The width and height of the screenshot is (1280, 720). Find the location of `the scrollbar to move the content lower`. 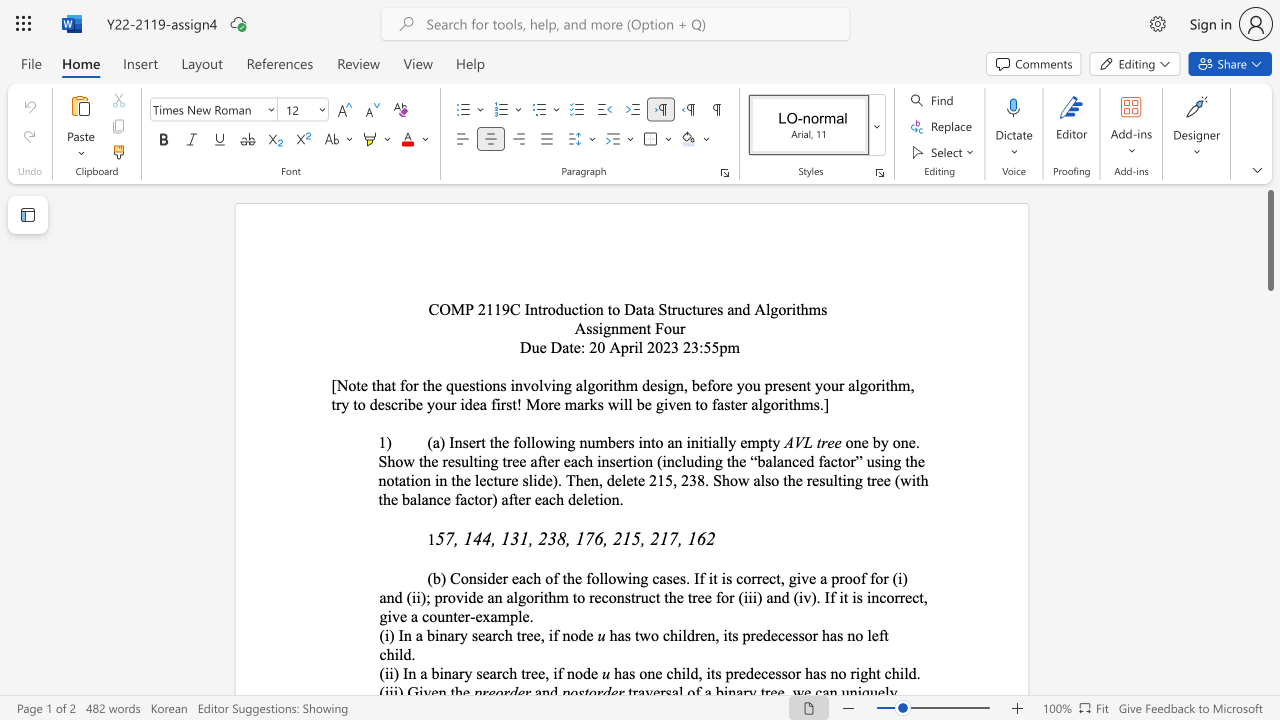

the scrollbar to move the content lower is located at coordinates (1269, 390).